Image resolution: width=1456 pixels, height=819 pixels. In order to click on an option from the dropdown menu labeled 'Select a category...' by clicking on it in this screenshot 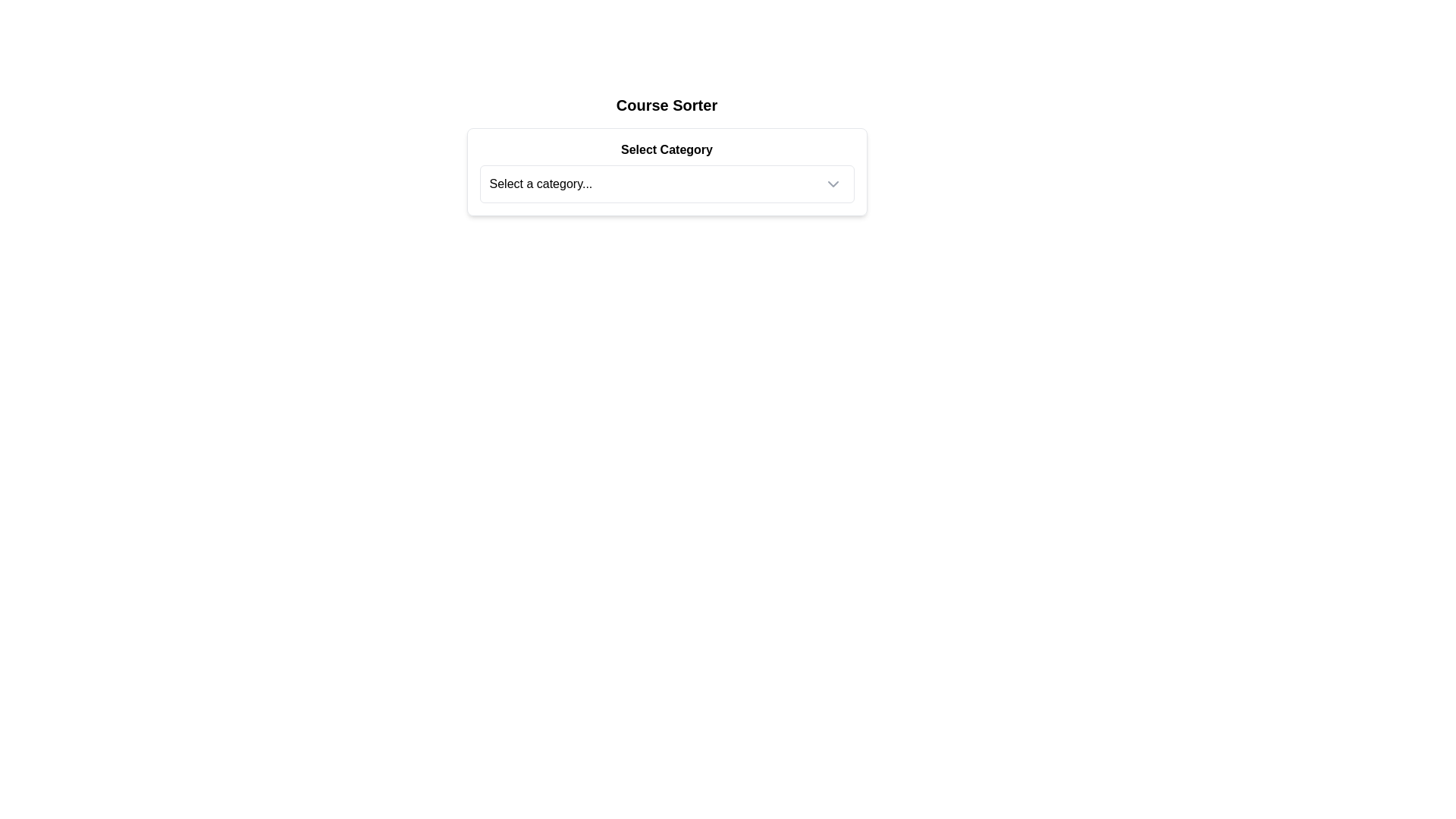, I will do `click(667, 184)`.